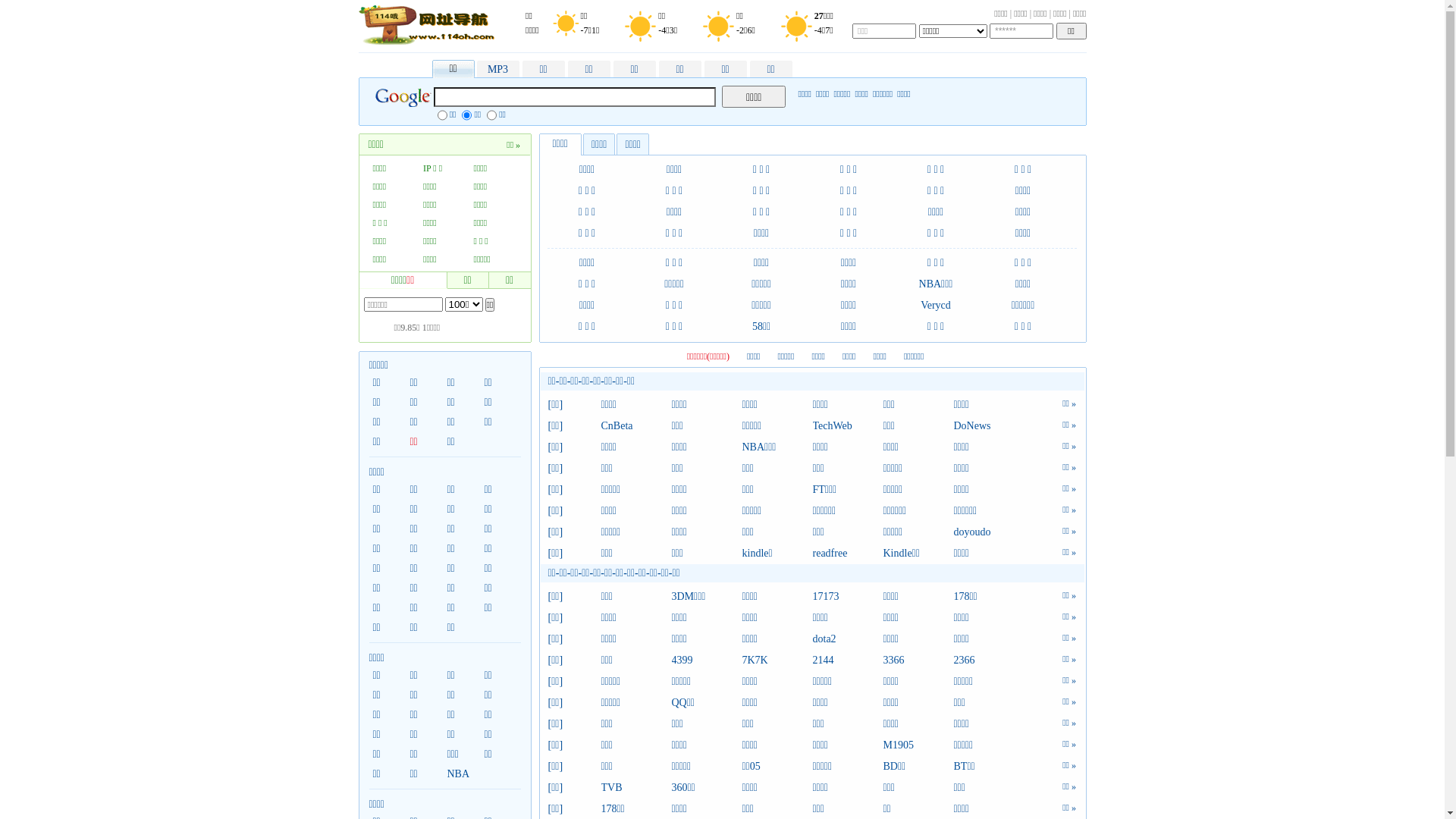  What do you see at coordinates (847, 639) in the screenshot?
I see `'dota2'` at bounding box center [847, 639].